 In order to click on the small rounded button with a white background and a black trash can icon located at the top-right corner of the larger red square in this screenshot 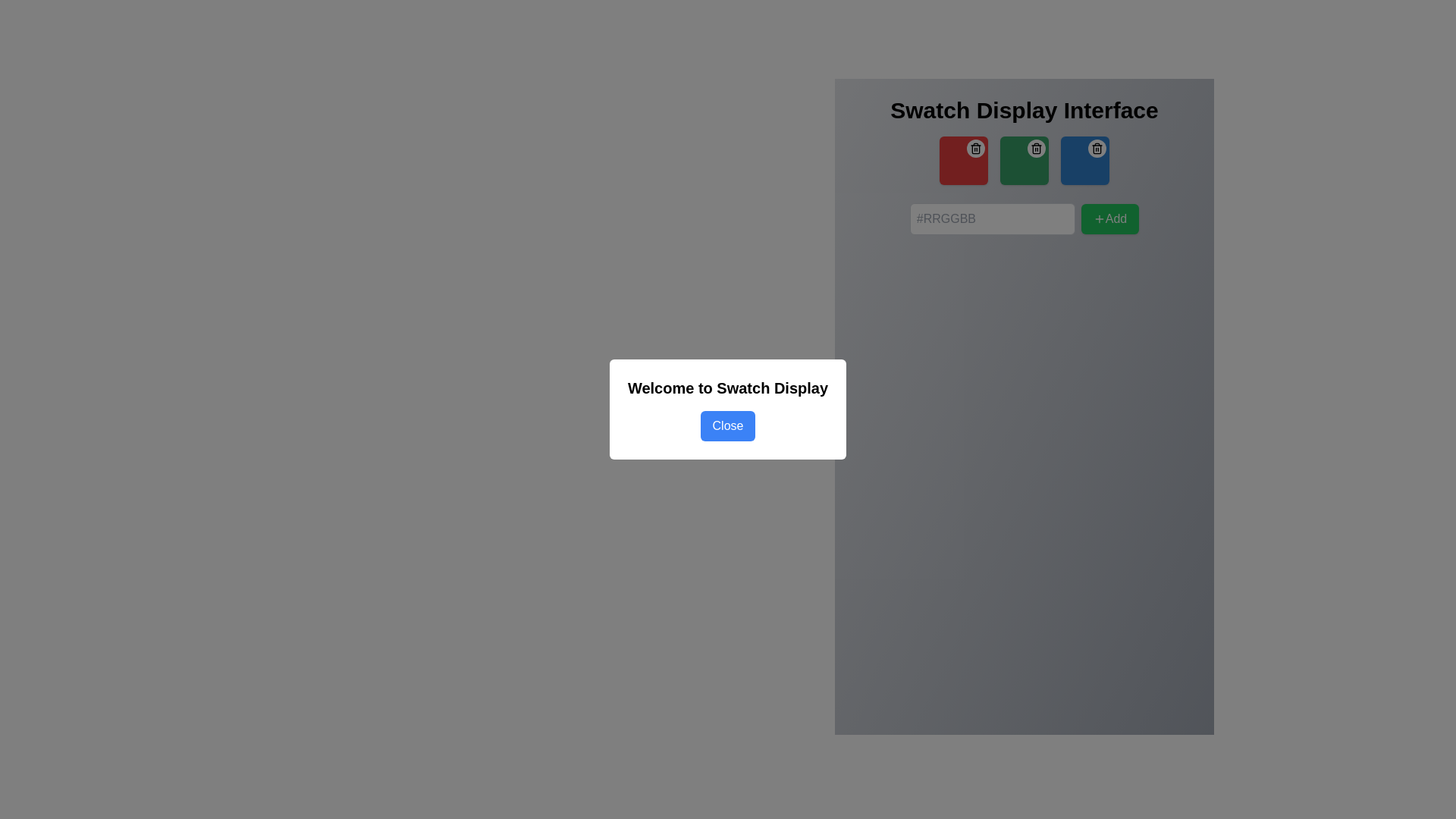, I will do `click(975, 149)`.